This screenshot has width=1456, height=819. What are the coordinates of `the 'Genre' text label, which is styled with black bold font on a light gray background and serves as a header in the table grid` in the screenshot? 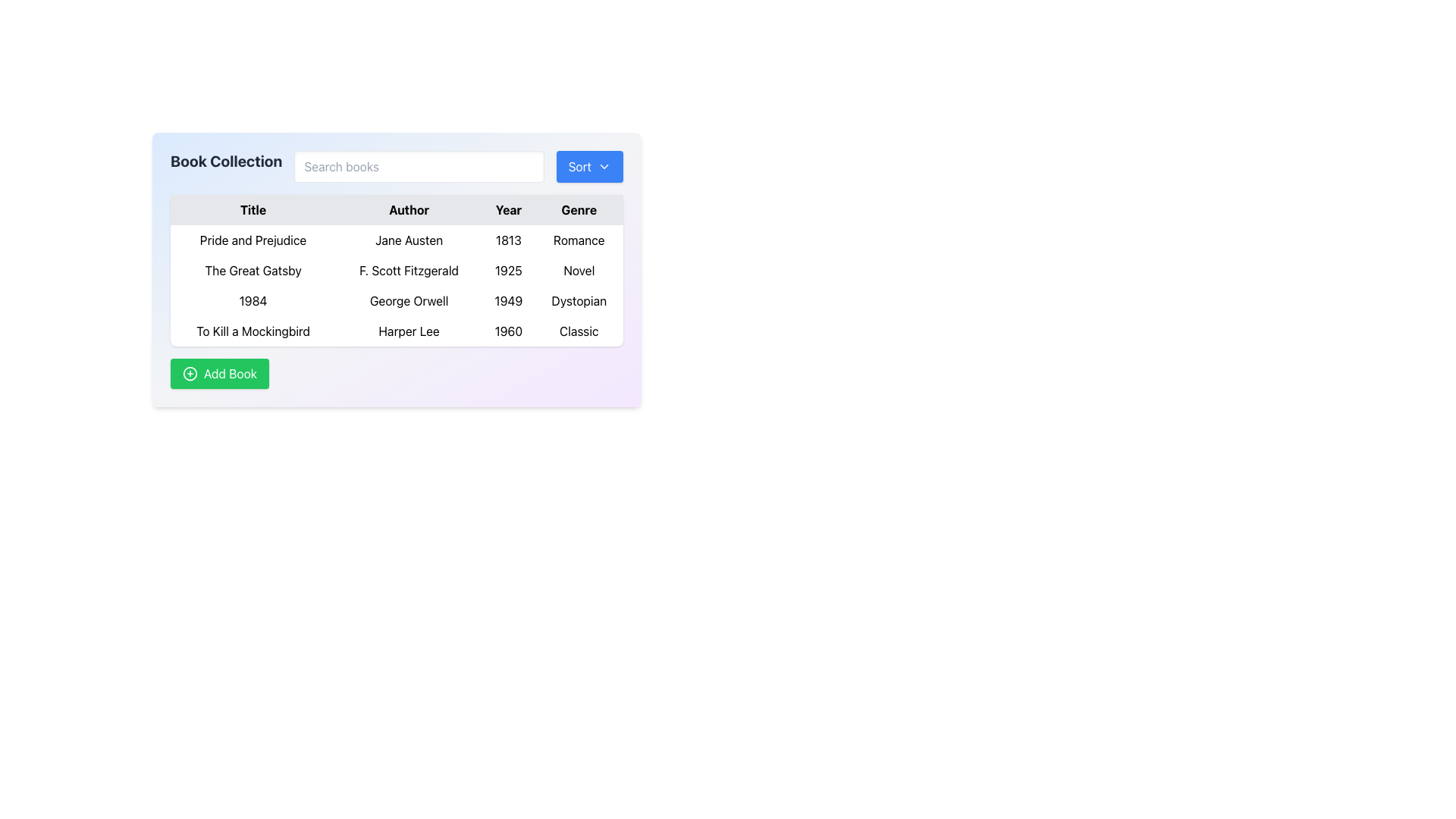 It's located at (578, 210).